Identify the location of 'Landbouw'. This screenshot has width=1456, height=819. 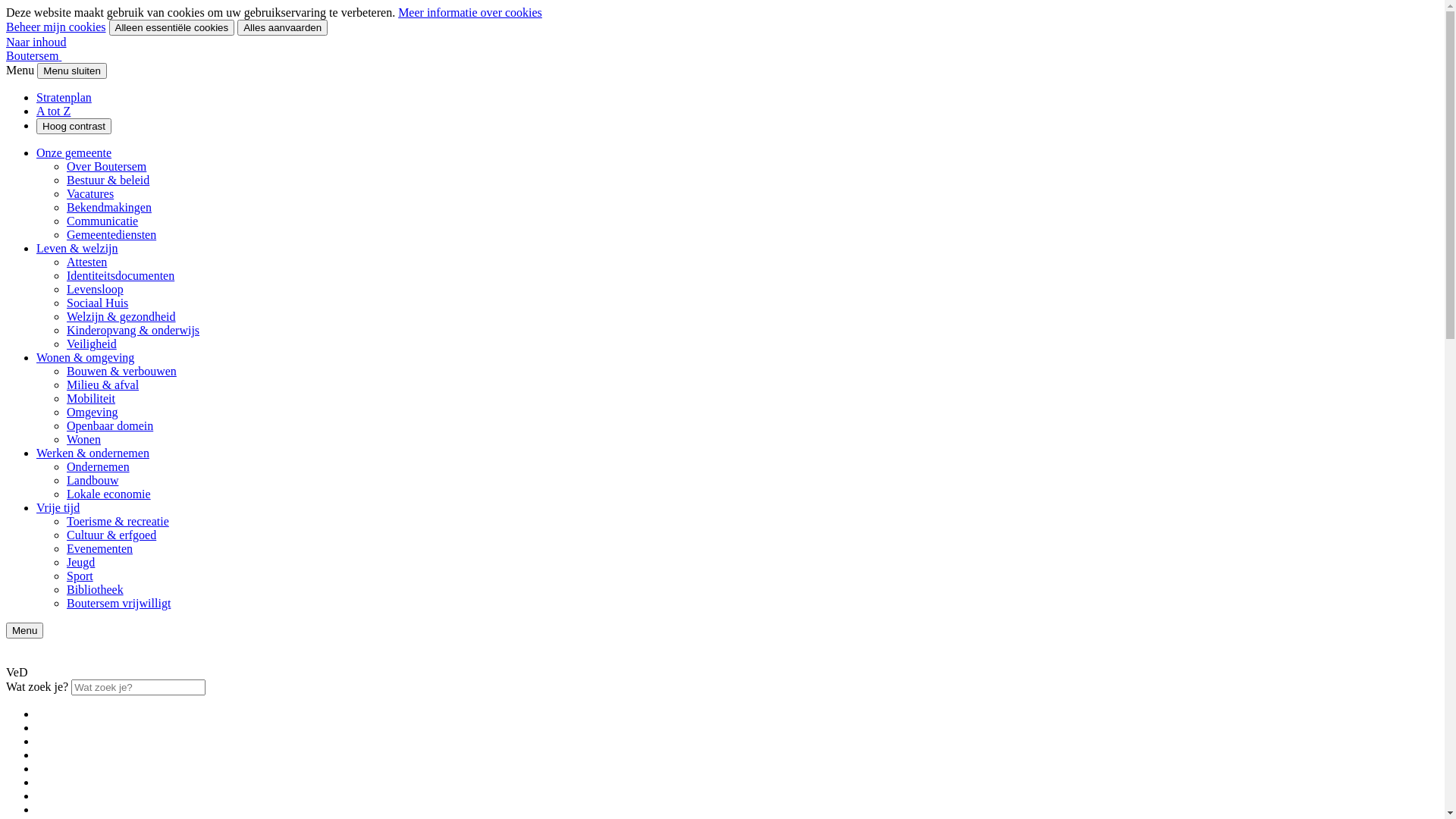
(65, 480).